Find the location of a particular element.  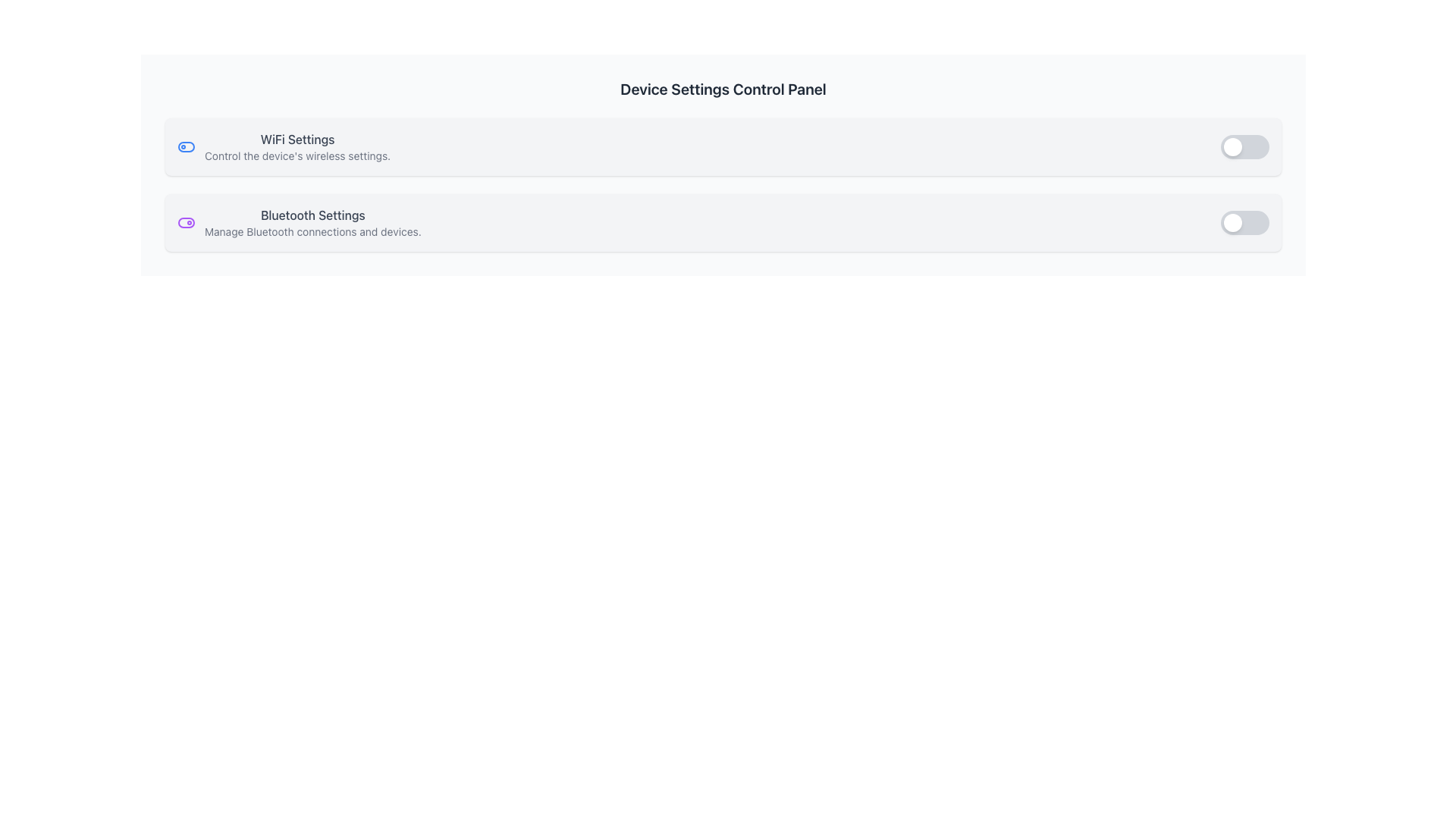

the Text label that provides information or navigational access to manage the wireless settings of the device, located at the top of the interface with an icon to its left and a toggle button to its right is located at coordinates (297, 146).